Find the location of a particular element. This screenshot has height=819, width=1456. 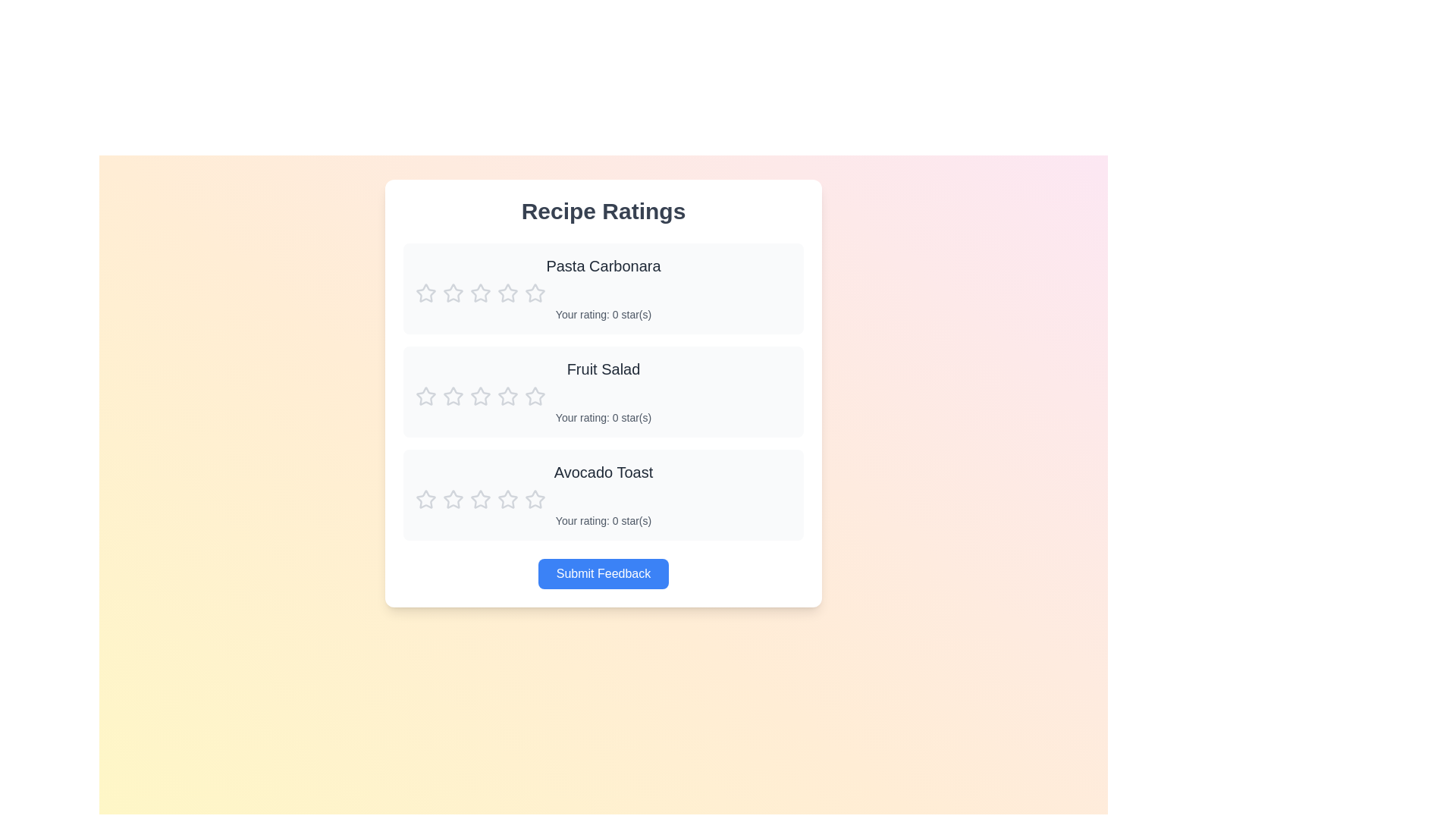

the first star icon in the rating section of the 'Avocado Toast' row for keyboard navigation is located at coordinates (535, 499).